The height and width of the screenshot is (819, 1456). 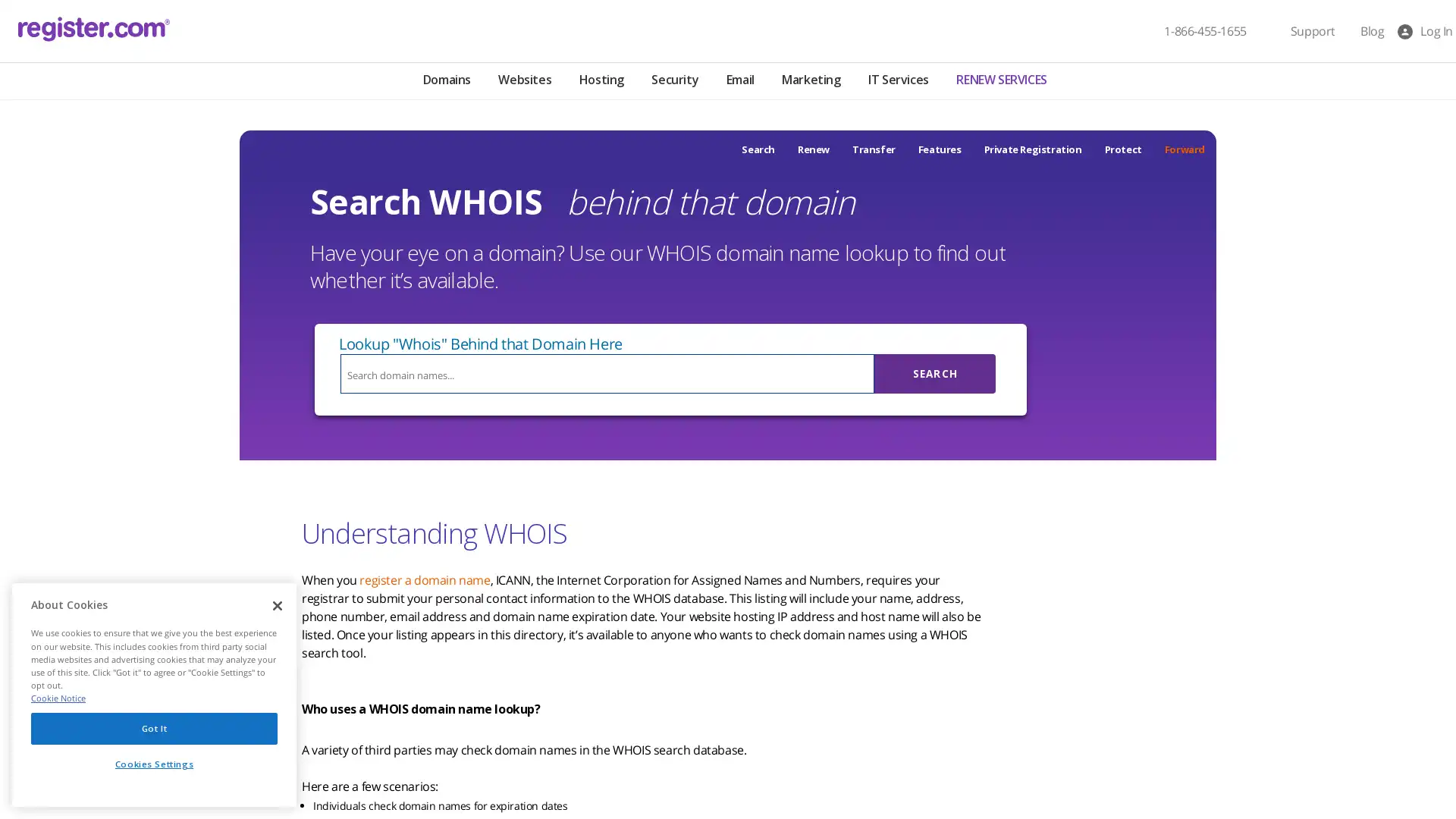 What do you see at coordinates (154, 768) in the screenshot?
I see `Cookies Settings` at bounding box center [154, 768].